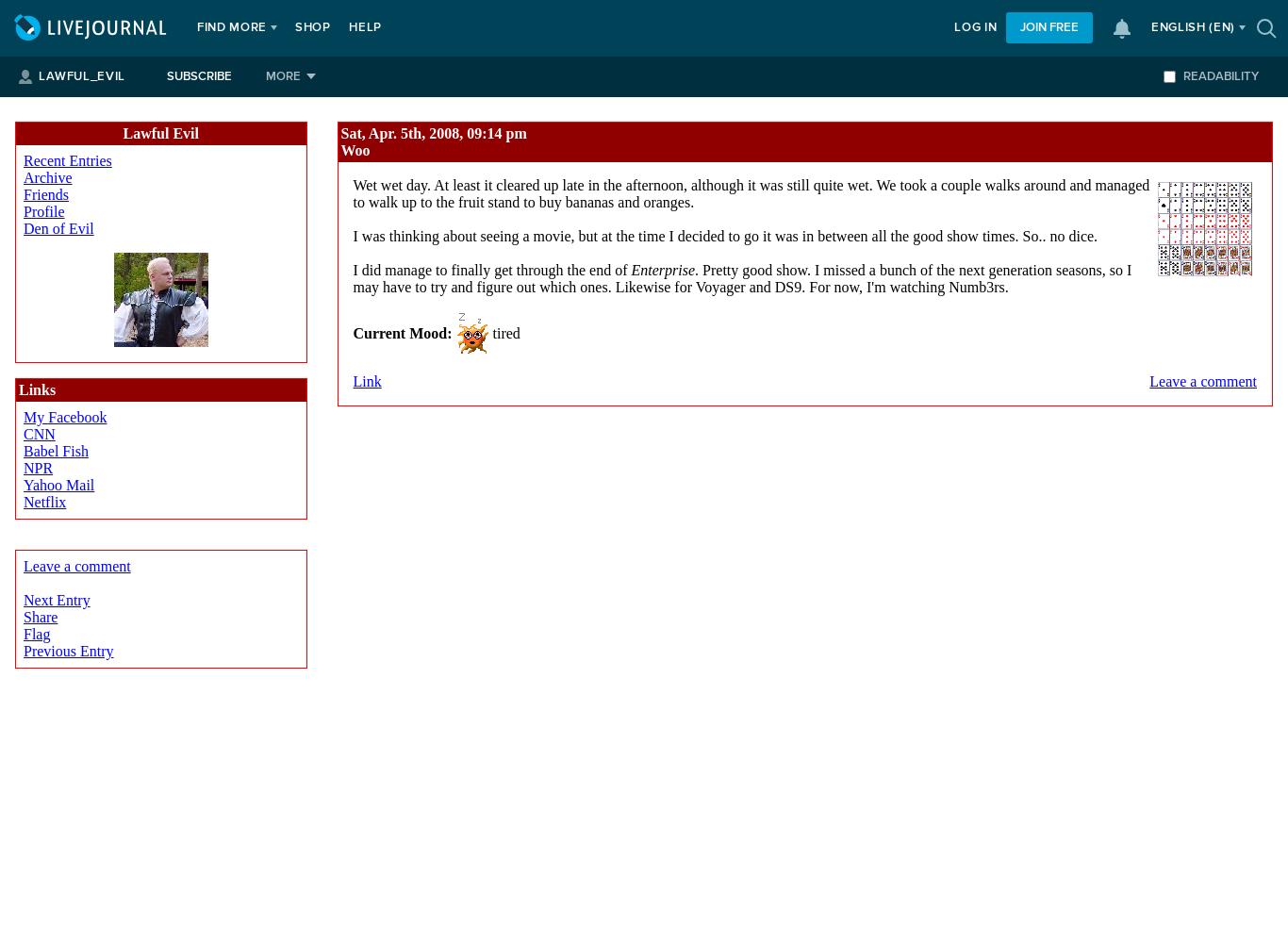 This screenshot has width=1288, height=943. I want to click on 'Previous Entry', so click(68, 650).